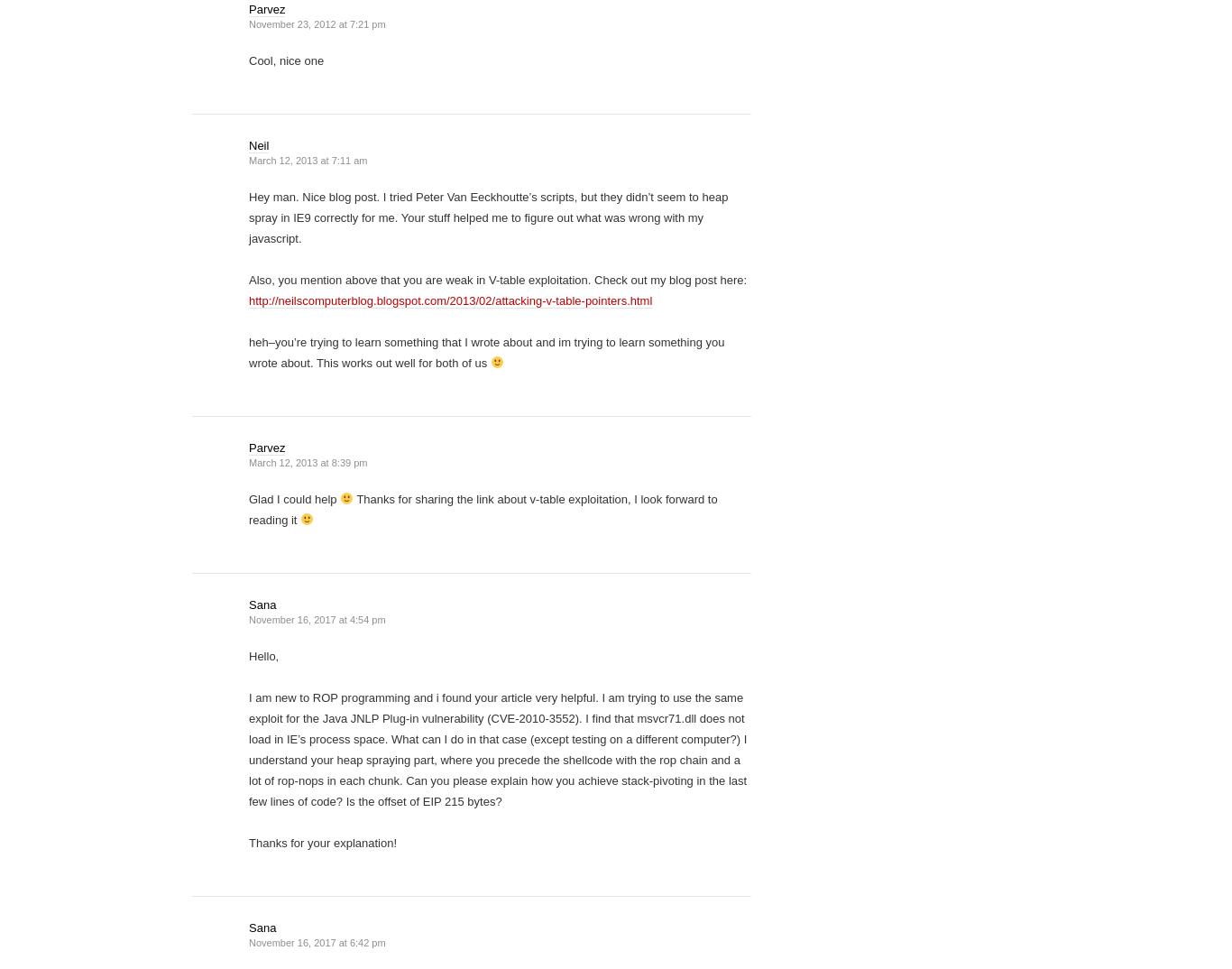 The height and width of the screenshot is (969, 1232). What do you see at coordinates (483, 509) in the screenshot?
I see `'Thanks for sharing the link about v-table exploitation, I look forward to reading it'` at bounding box center [483, 509].